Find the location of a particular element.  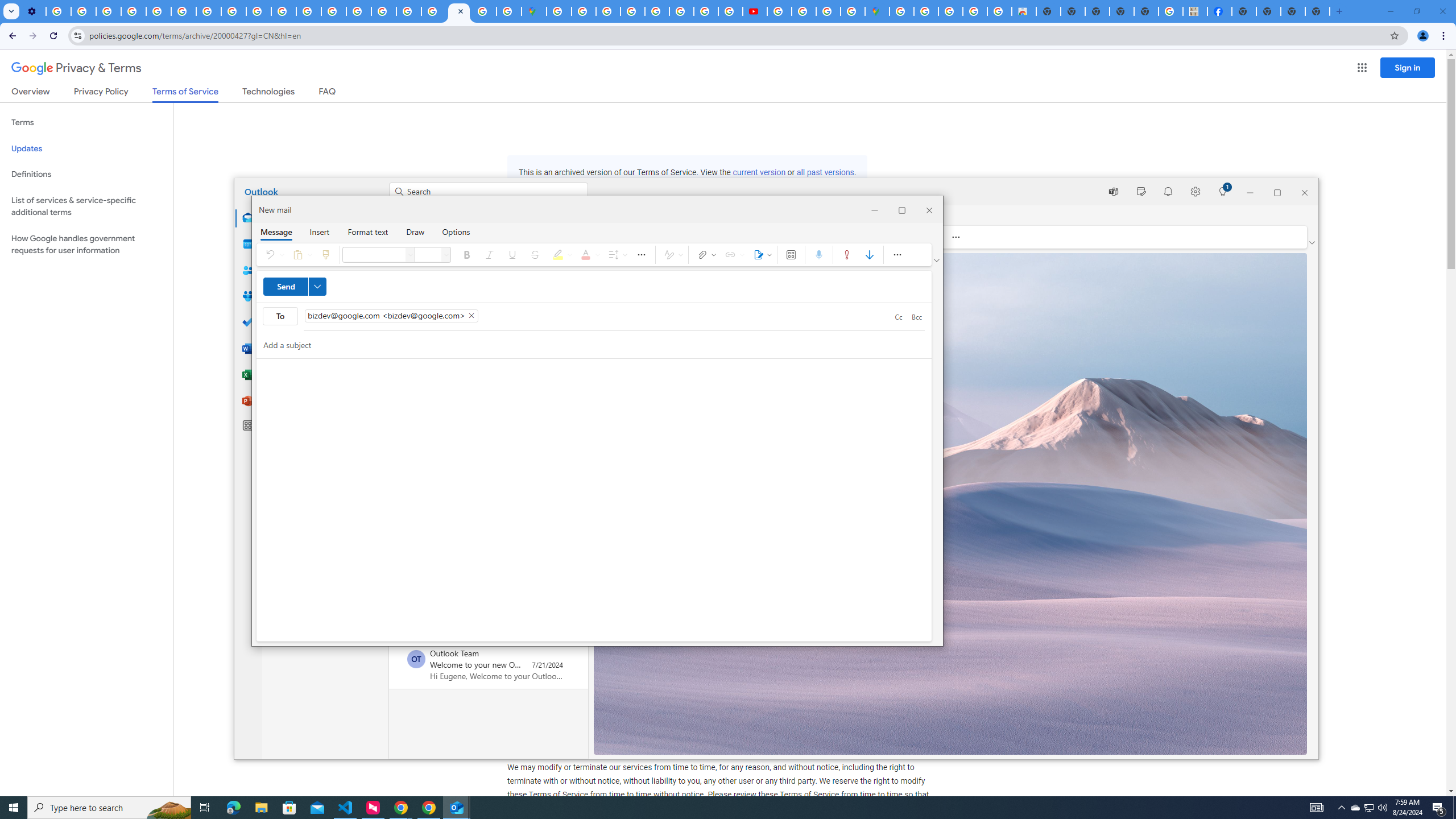

'Notifications' is located at coordinates (1168, 191).